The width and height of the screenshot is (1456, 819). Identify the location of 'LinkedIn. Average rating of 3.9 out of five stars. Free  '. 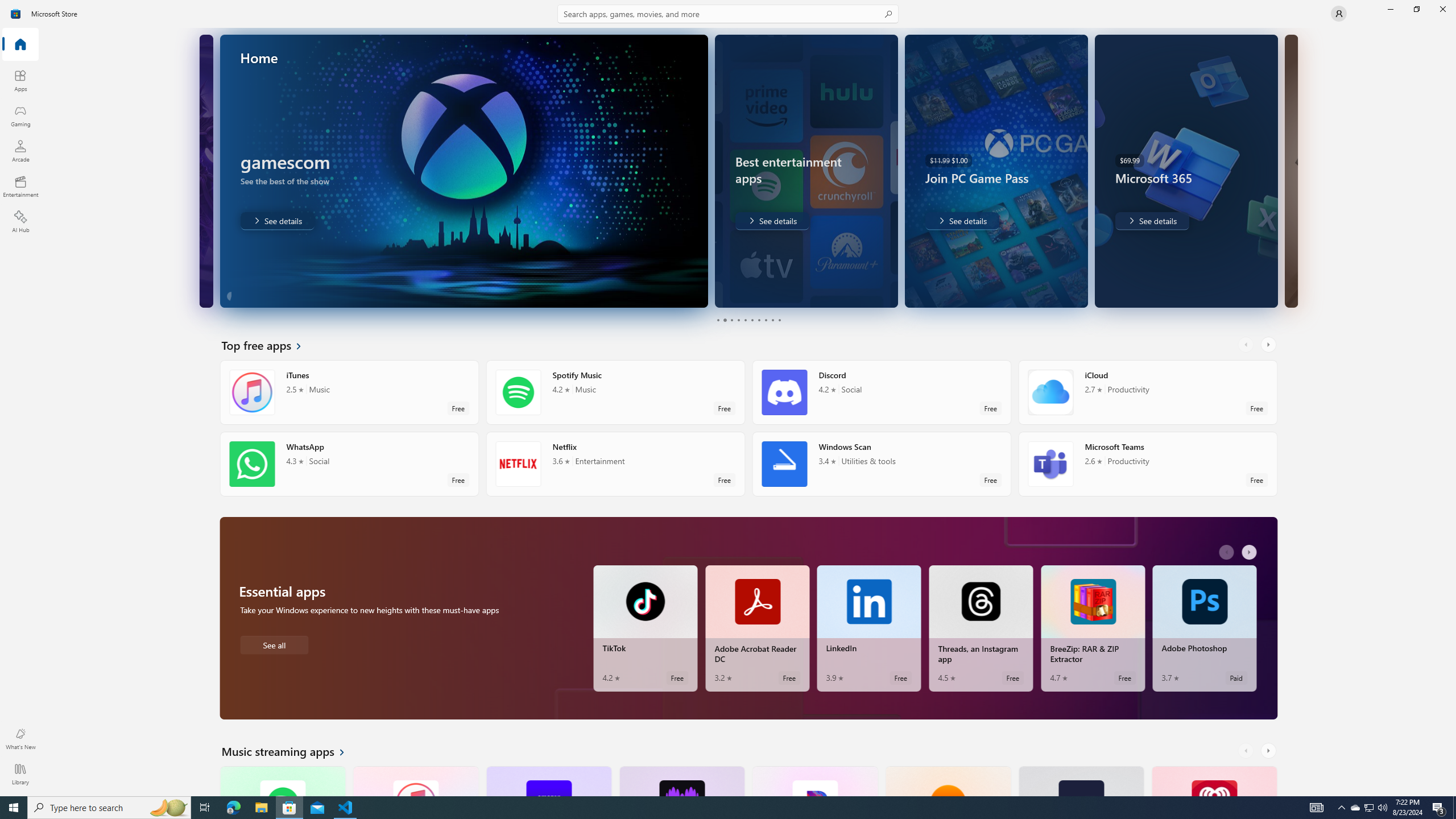
(869, 628).